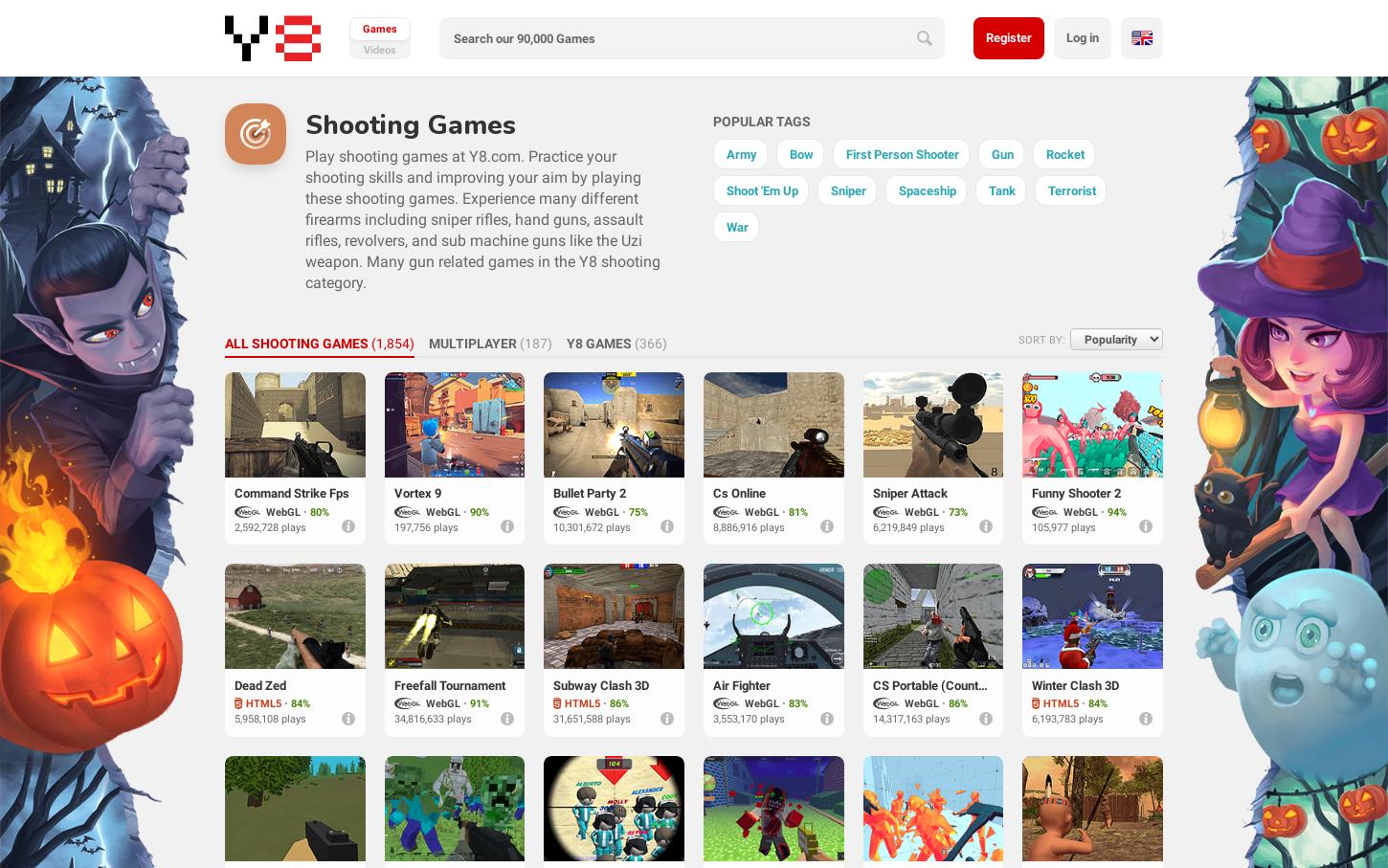 The height and width of the screenshot is (868, 1388). What do you see at coordinates (591, 718) in the screenshot?
I see `'31,651,588 plays'` at bounding box center [591, 718].